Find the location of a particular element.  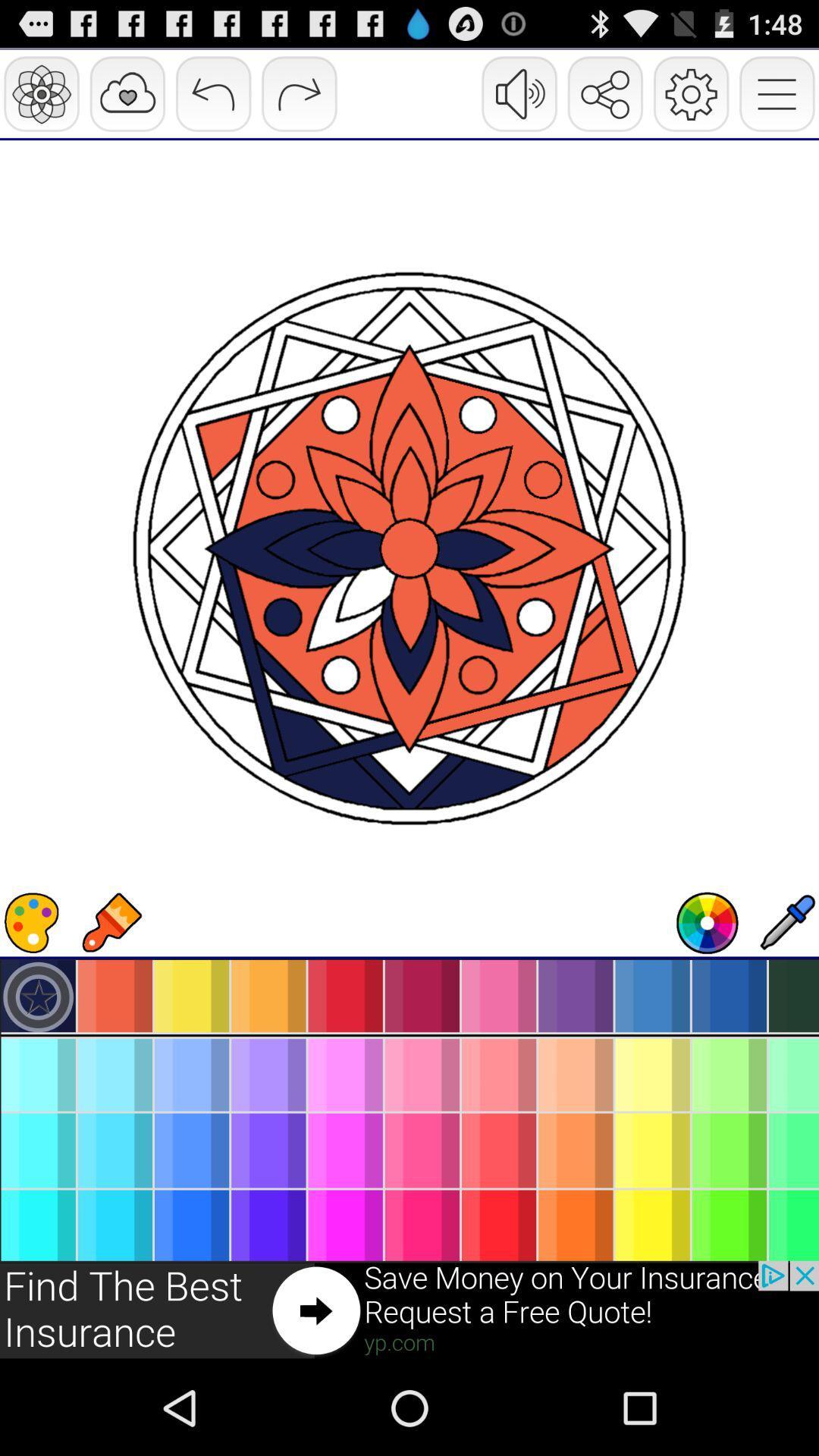

it is notification key is located at coordinates (409, 1310).